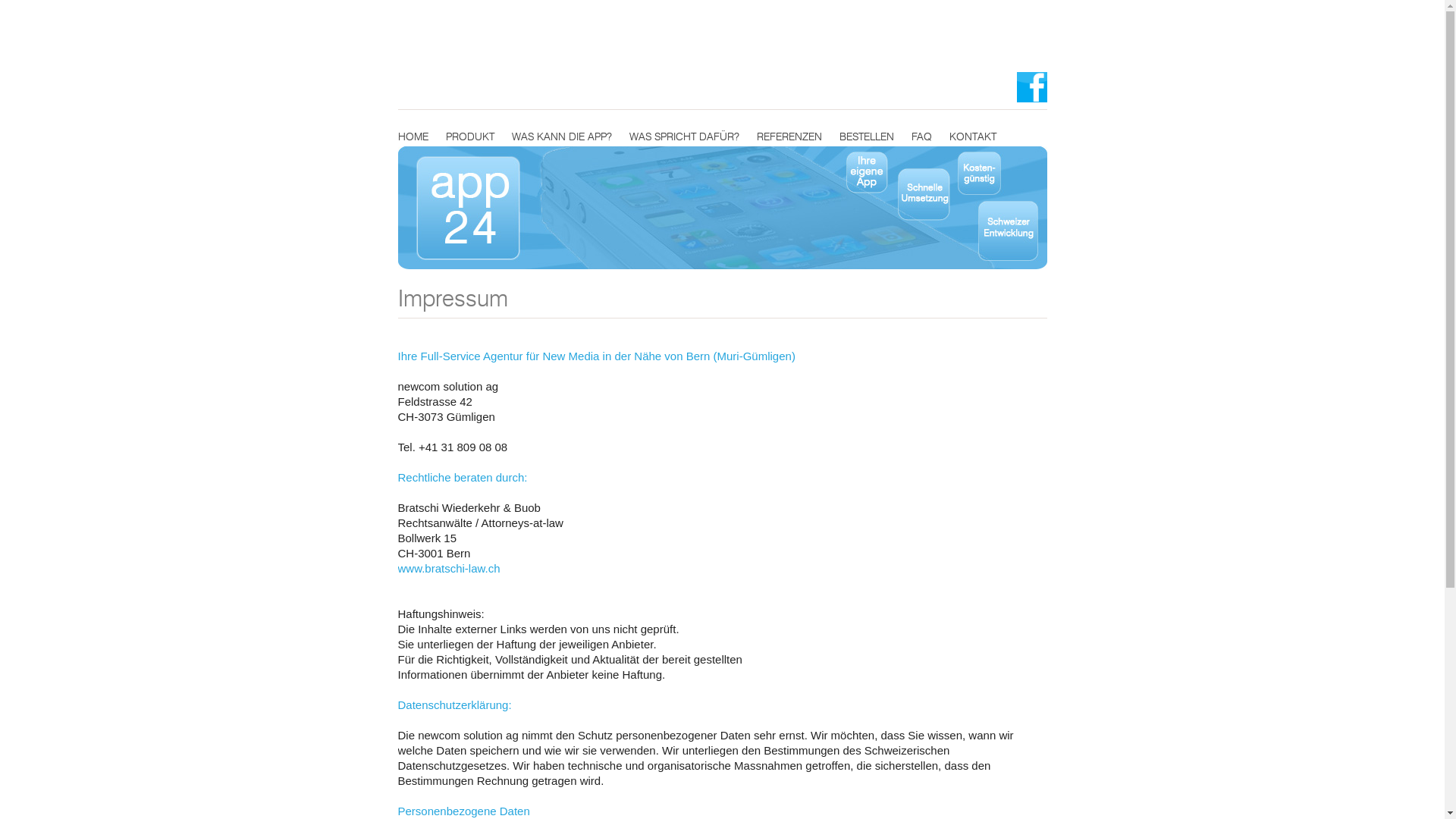 The width and height of the screenshot is (1456, 819). Describe the element at coordinates (972, 137) in the screenshot. I see `'KONTAKT'` at that location.